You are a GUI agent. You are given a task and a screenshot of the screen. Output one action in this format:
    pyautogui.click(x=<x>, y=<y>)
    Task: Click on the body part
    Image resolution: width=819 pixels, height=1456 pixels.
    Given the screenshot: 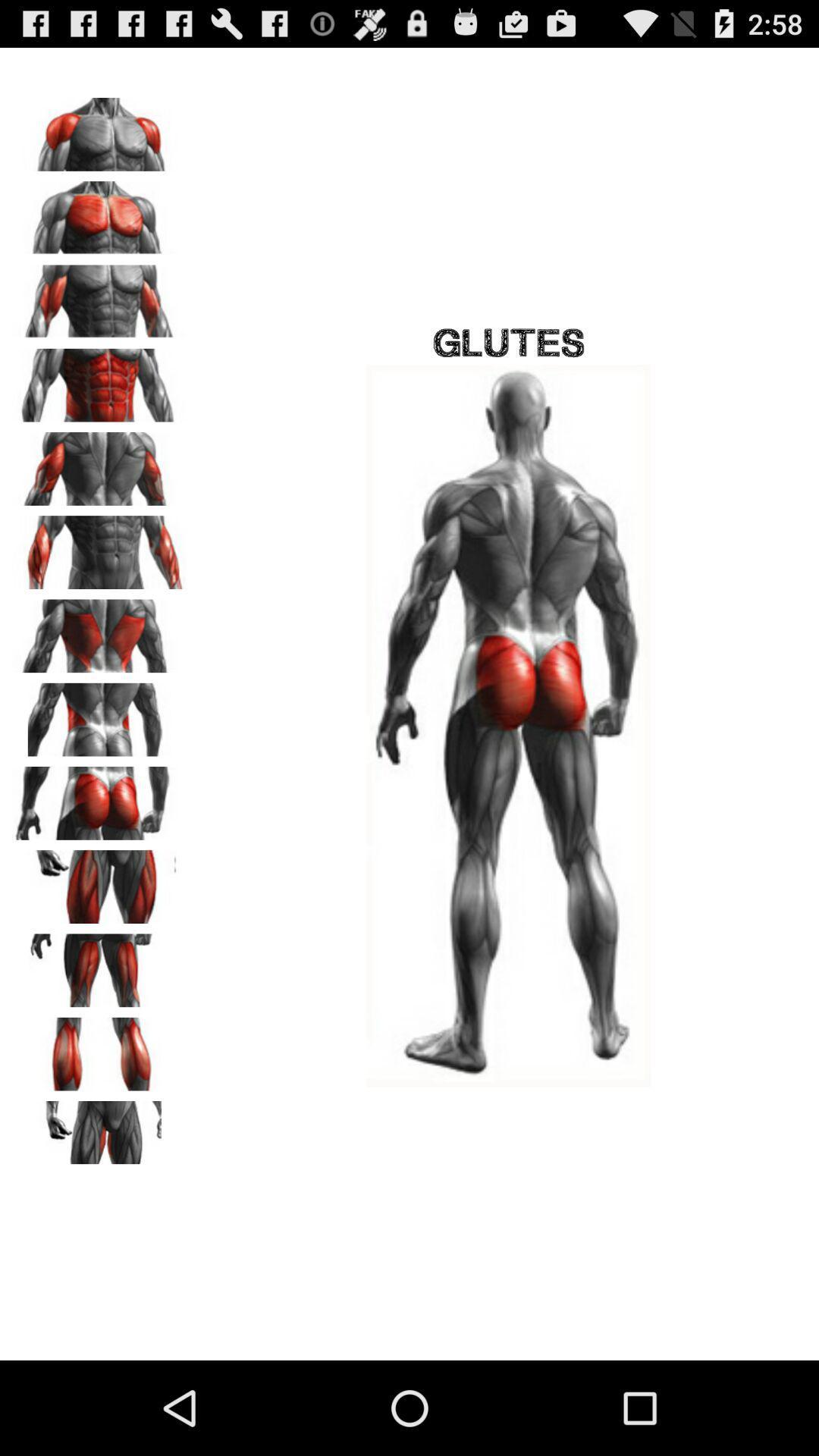 What is the action you would take?
    pyautogui.click(x=99, y=297)
    